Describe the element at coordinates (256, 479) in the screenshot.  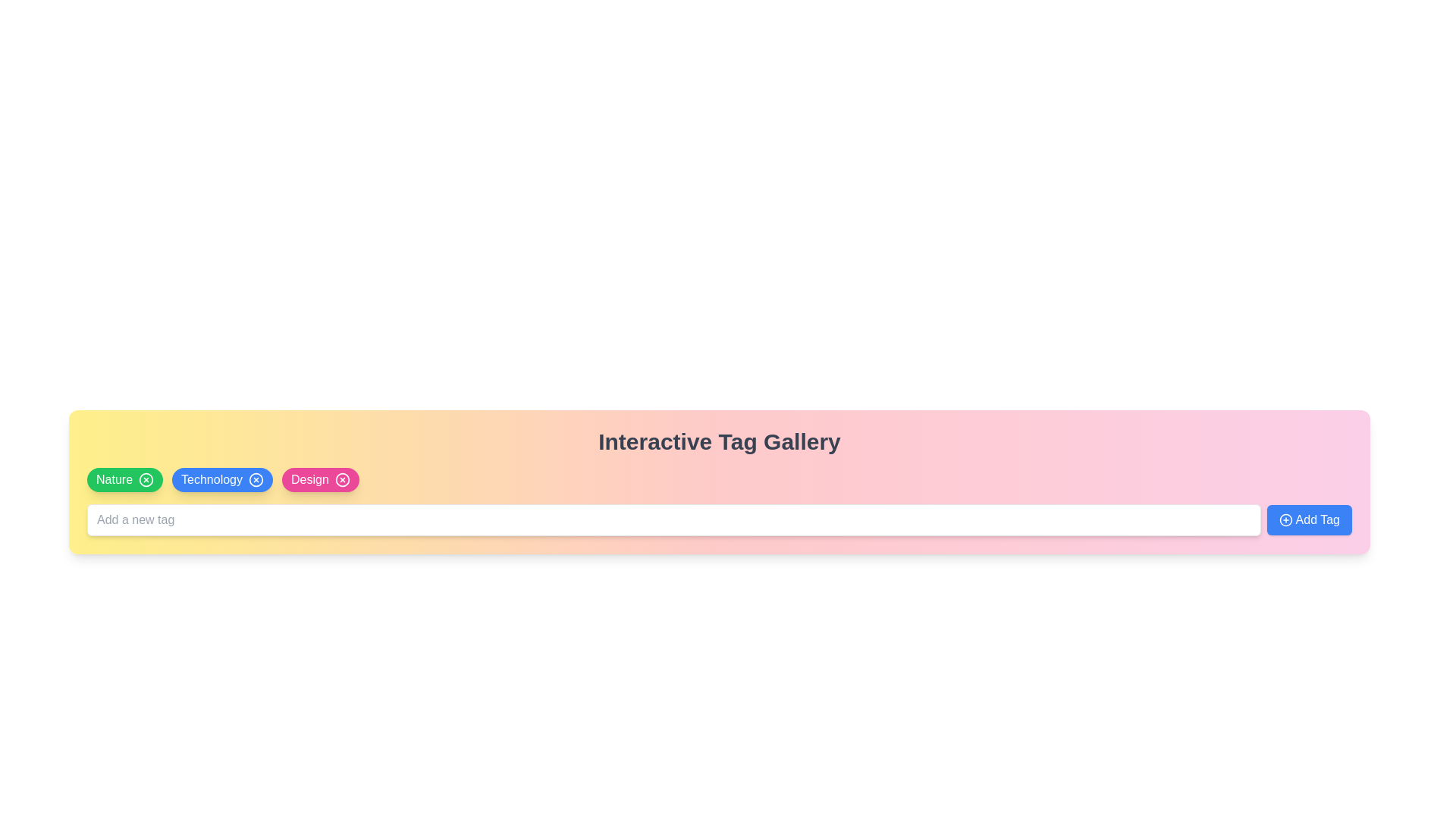
I see `the blue circular icon with a white center and an 'X' inside, located within the 'Technology' tag button` at that location.